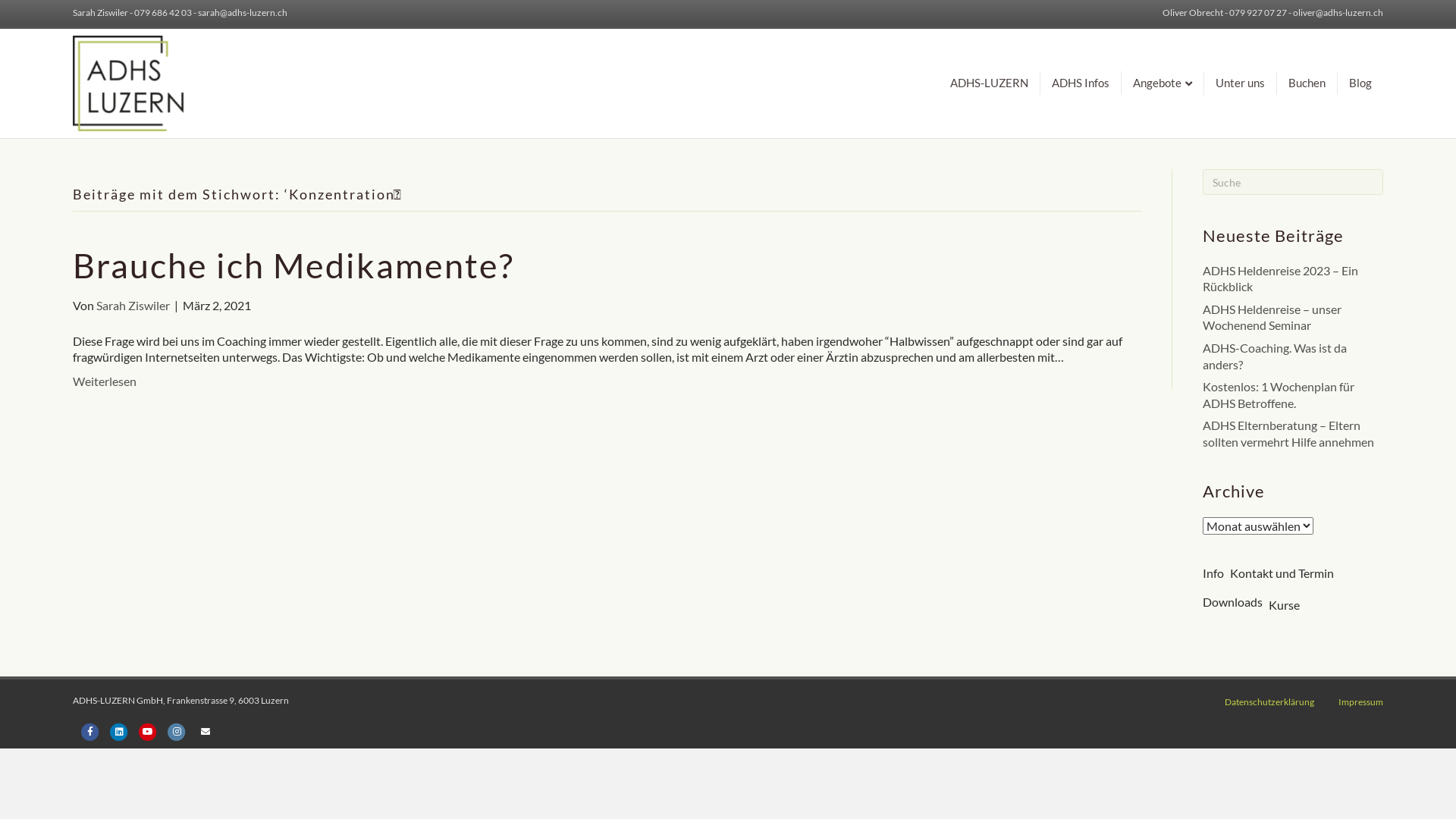 The image size is (1456, 819). I want to click on 'Linkedin', so click(118, 730).